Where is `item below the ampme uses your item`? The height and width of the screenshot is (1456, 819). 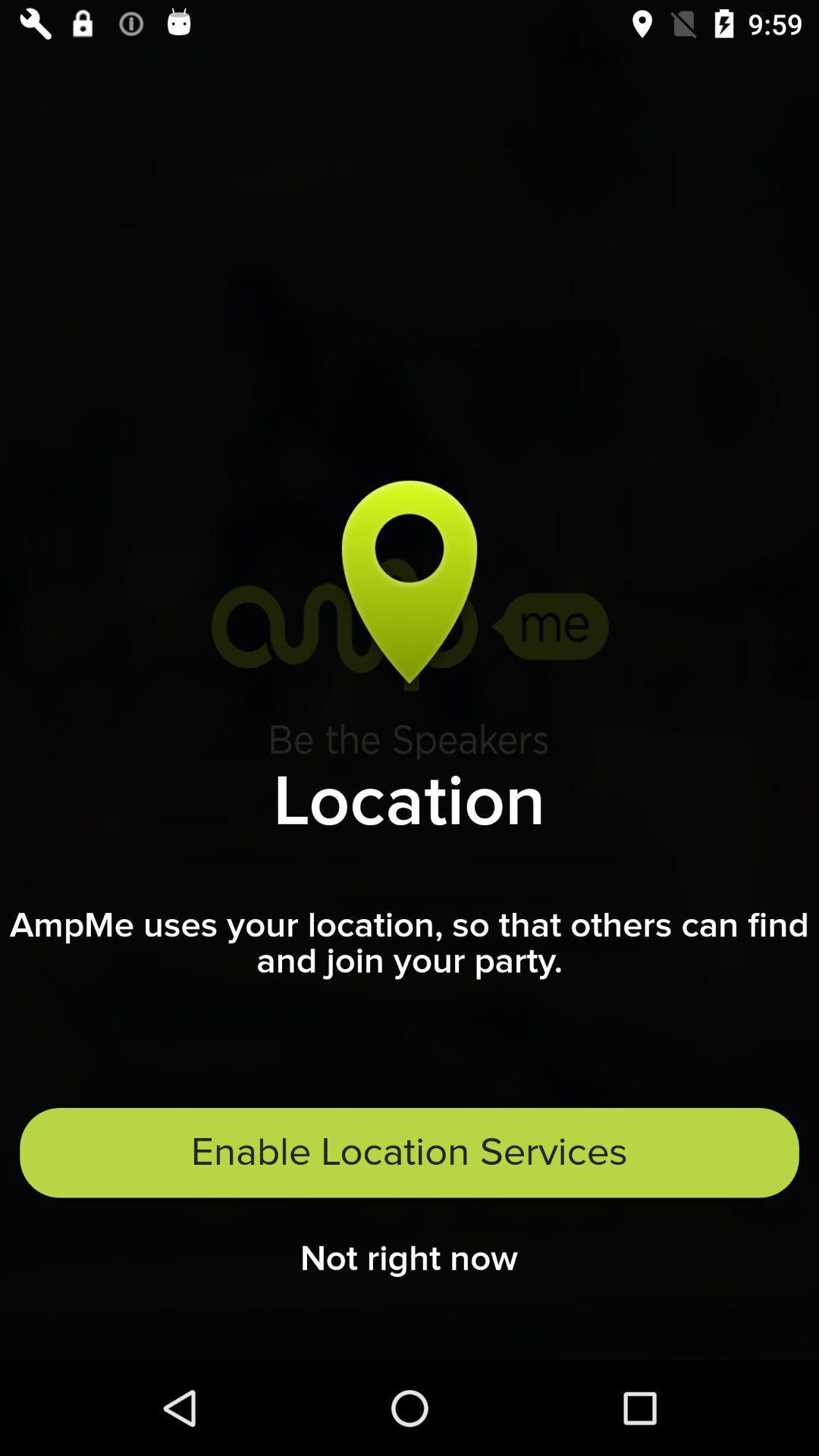
item below the ampme uses your item is located at coordinates (409, 1153).